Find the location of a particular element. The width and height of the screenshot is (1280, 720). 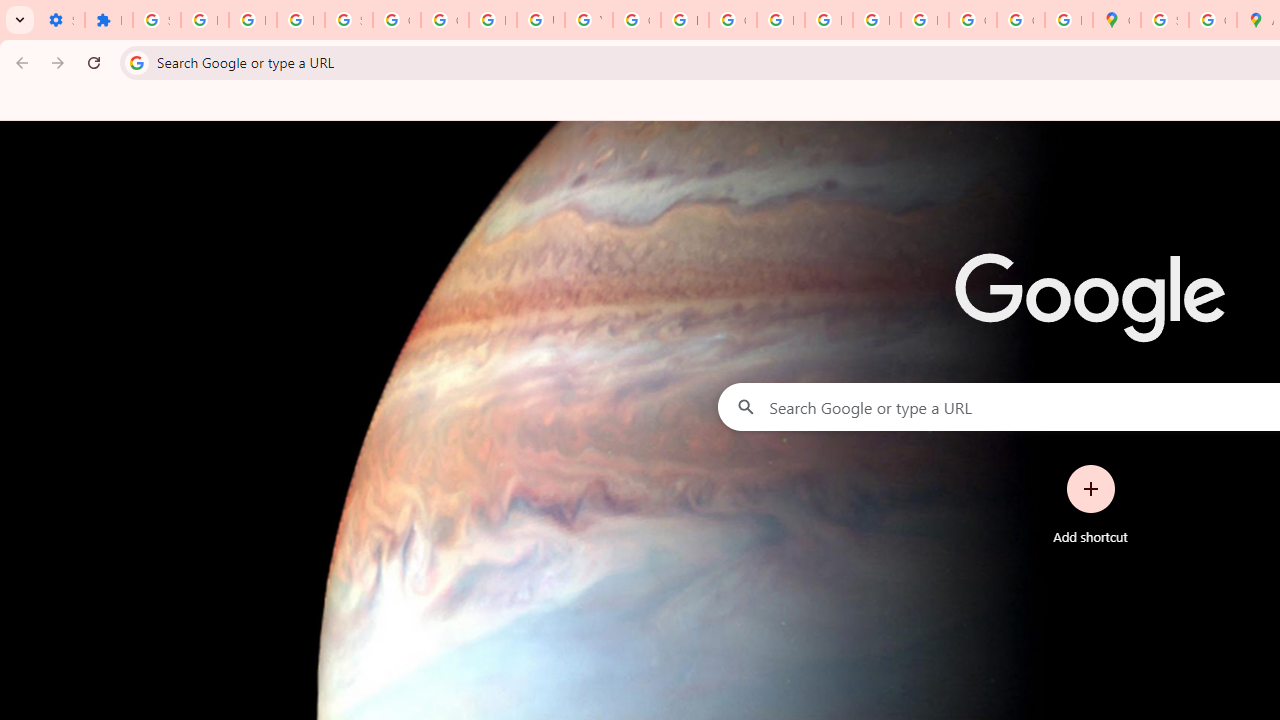

'Google Account Help' is located at coordinates (396, 20).